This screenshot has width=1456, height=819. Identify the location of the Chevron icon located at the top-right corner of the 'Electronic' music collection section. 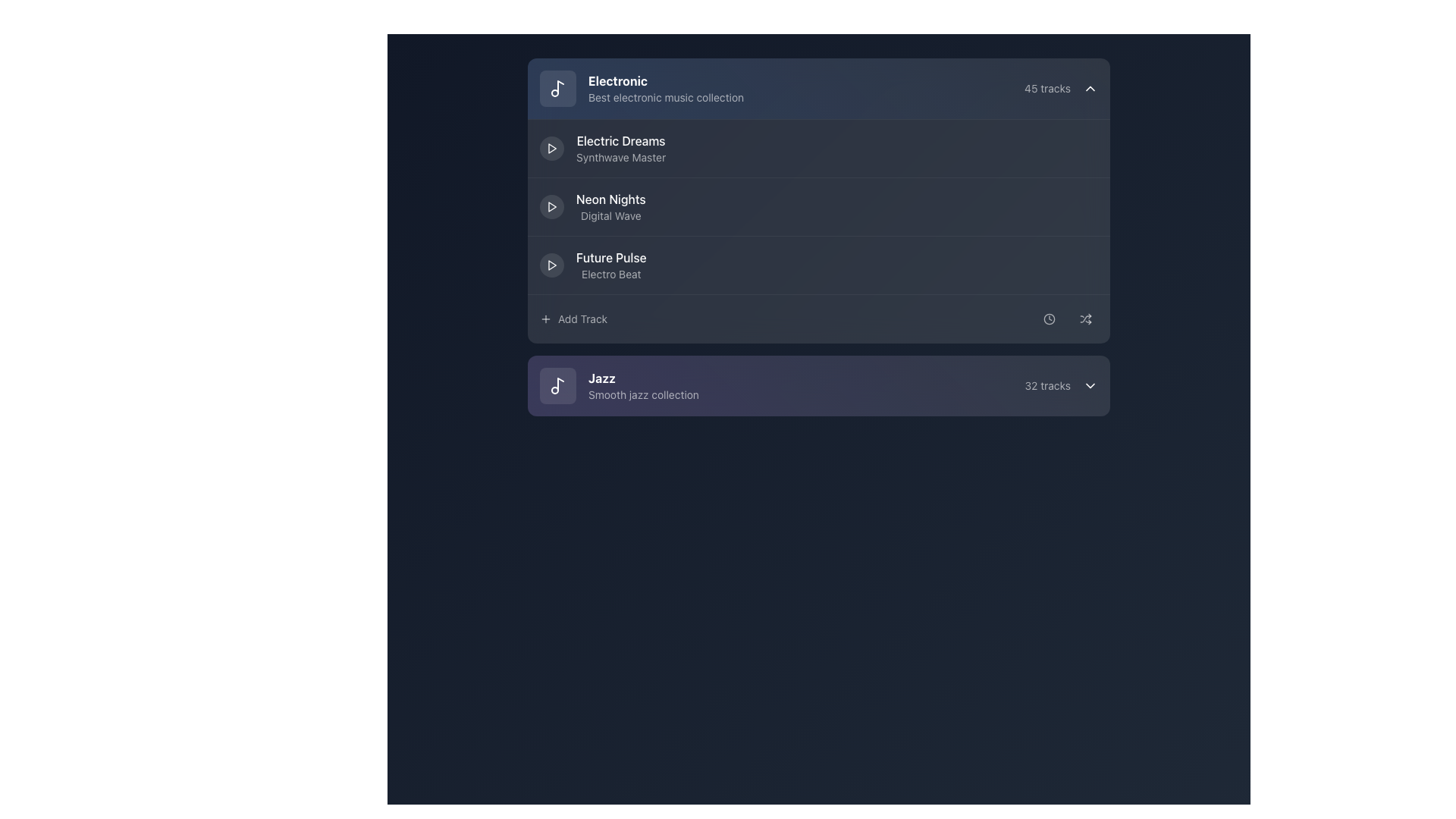
(1090, 88).